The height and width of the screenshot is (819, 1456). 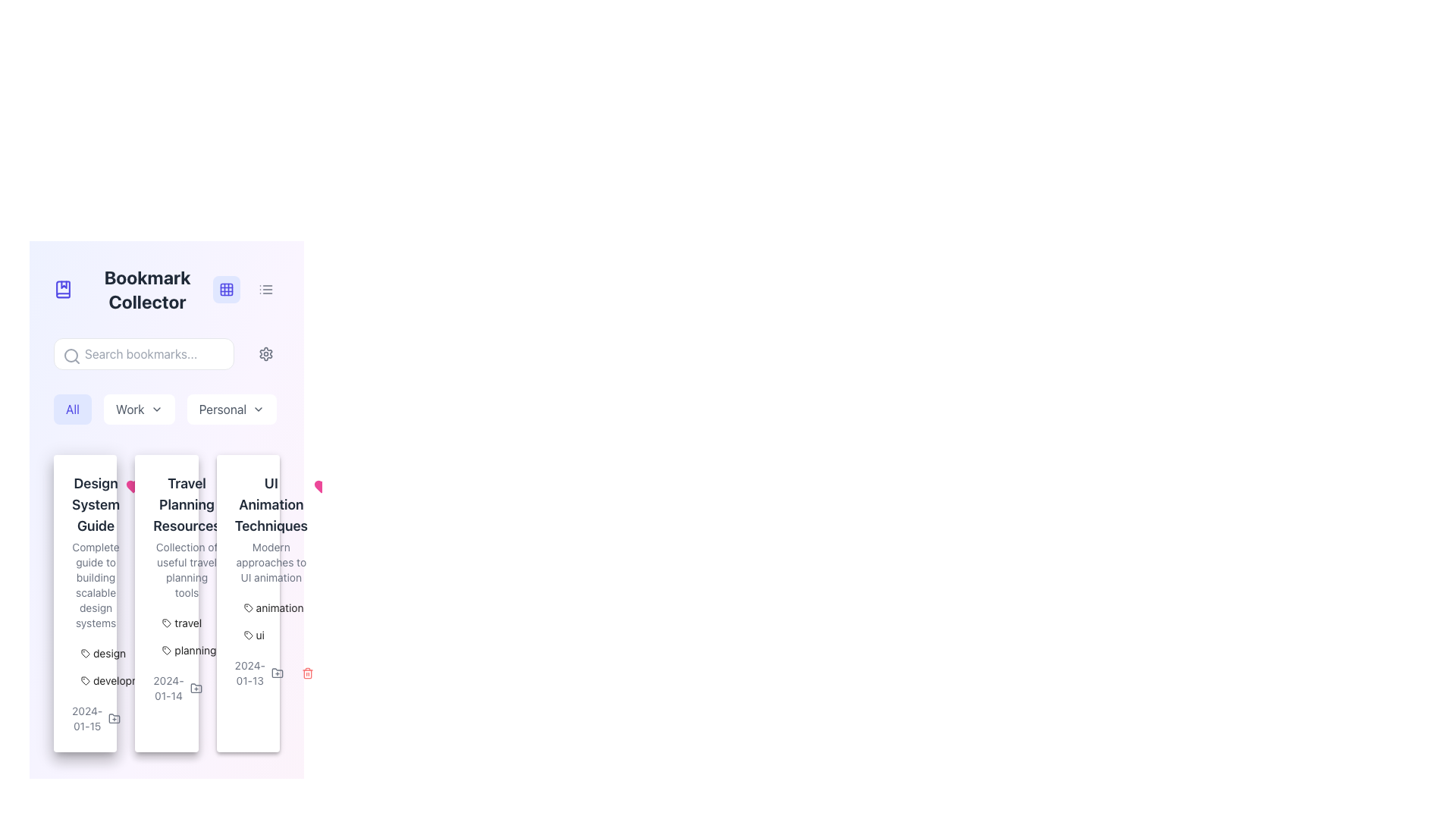 What do you see at coordinates (84, 602) in the screenshot?
I see `the 'Design System Guide' card, which is the first item in the horizontally arranged list of cards` at bounding box center [84, 602].